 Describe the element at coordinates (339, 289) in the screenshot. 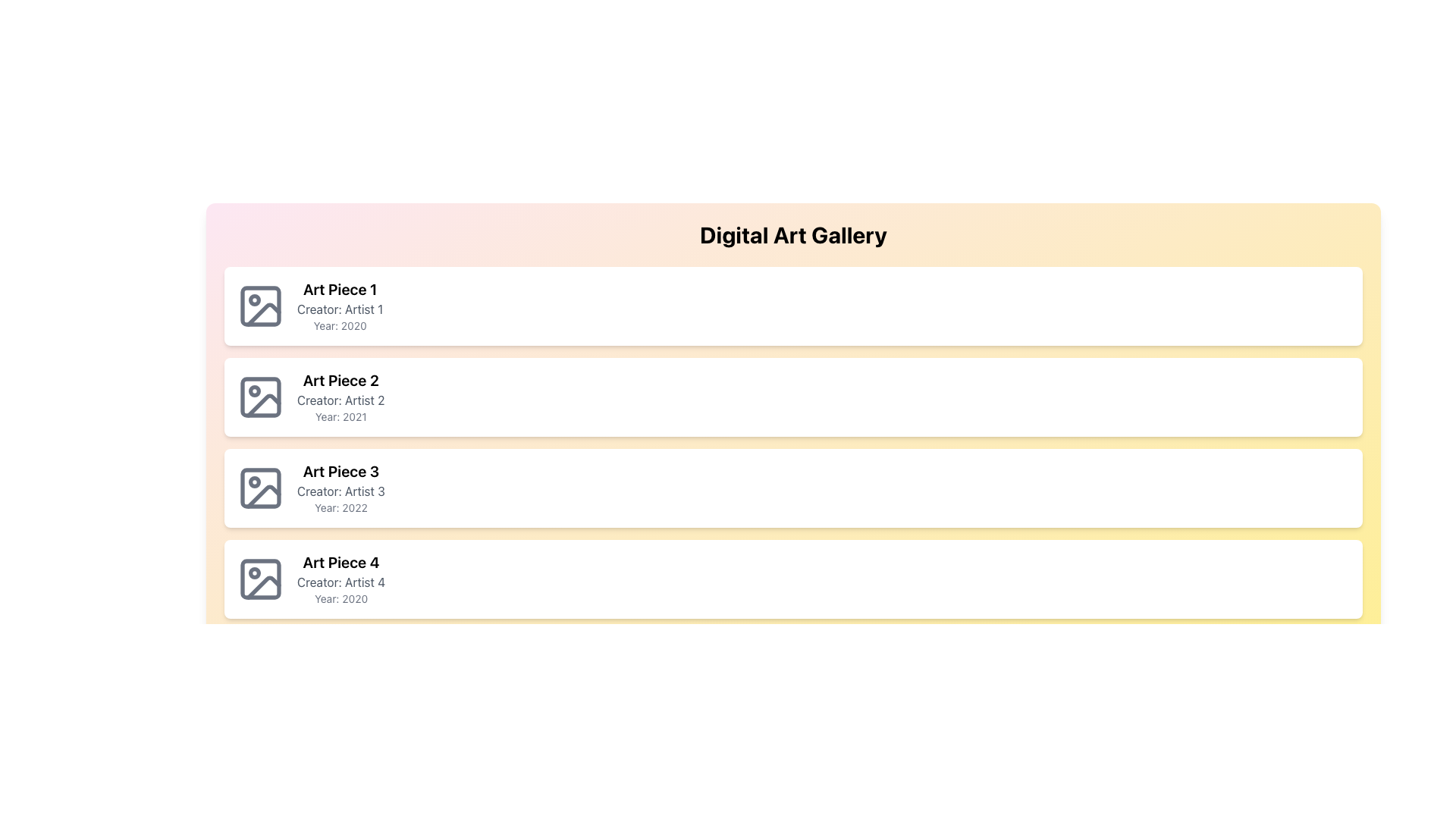

I see `text label identifying the first art piece, located above the text 'Creator: Artist 1' and 'Year: 2020' in the first card of the vertical list` at that location.